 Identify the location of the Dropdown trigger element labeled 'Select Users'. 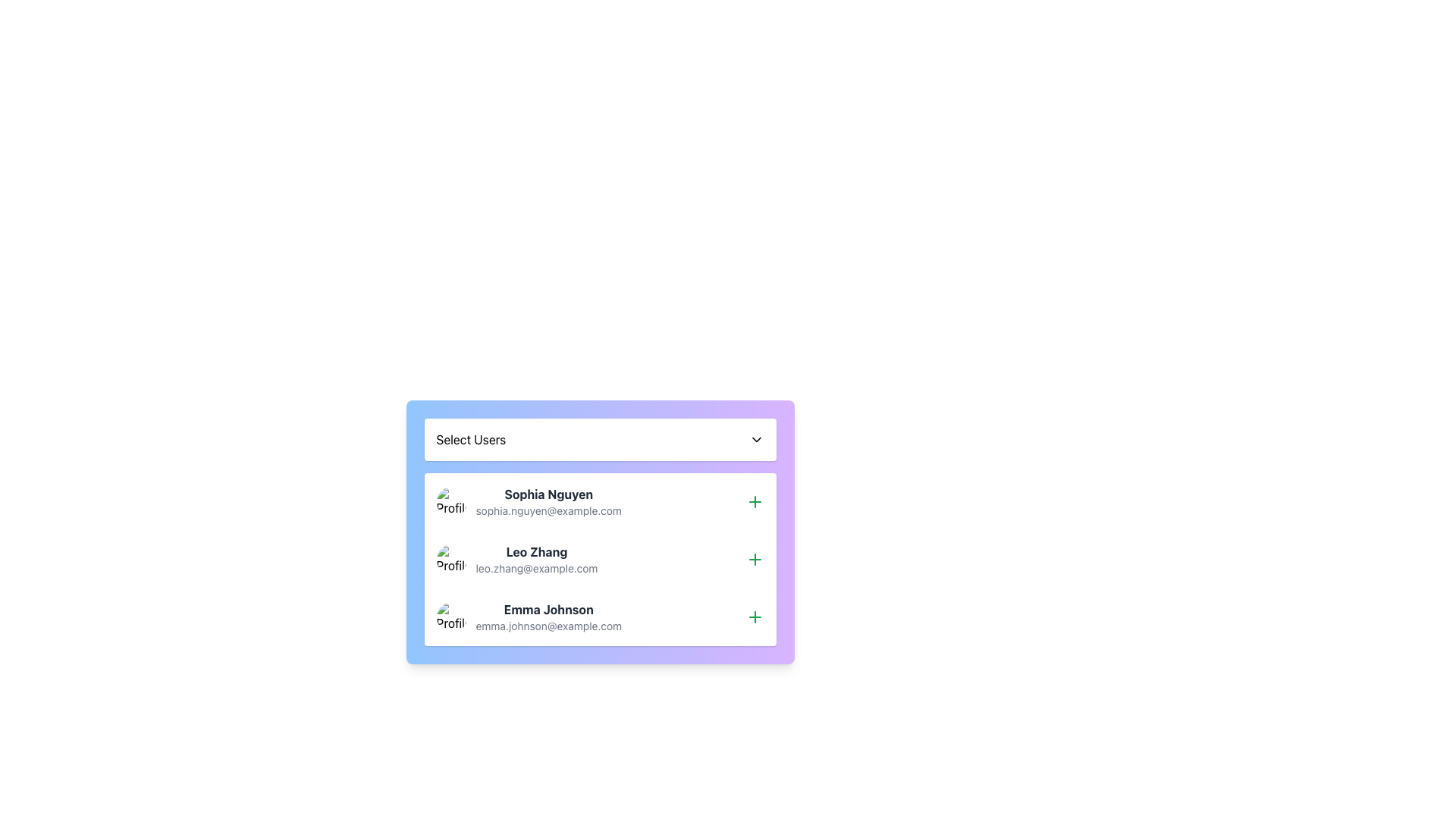
(599, 439).